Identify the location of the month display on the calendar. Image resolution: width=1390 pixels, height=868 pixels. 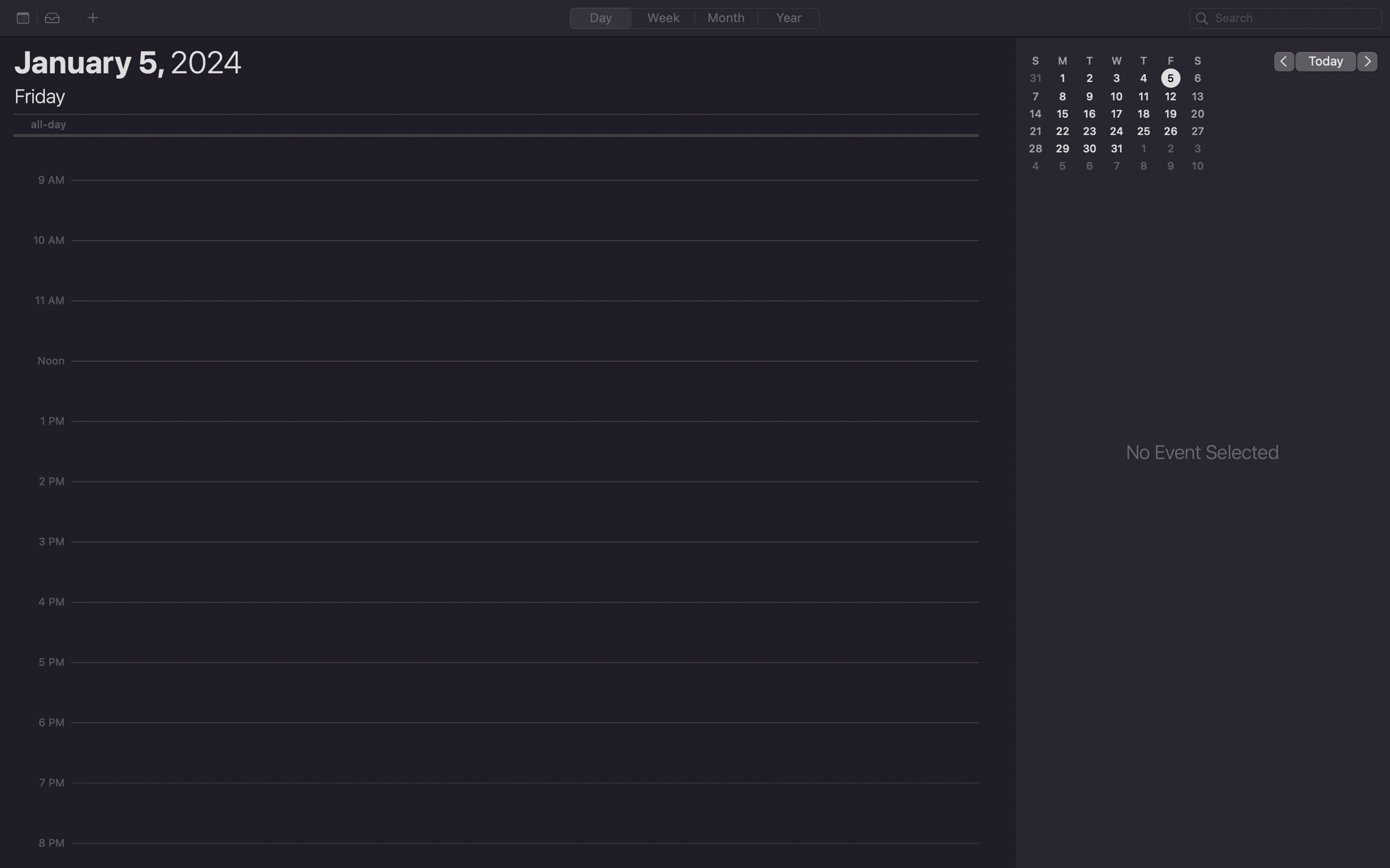
(727, 17).